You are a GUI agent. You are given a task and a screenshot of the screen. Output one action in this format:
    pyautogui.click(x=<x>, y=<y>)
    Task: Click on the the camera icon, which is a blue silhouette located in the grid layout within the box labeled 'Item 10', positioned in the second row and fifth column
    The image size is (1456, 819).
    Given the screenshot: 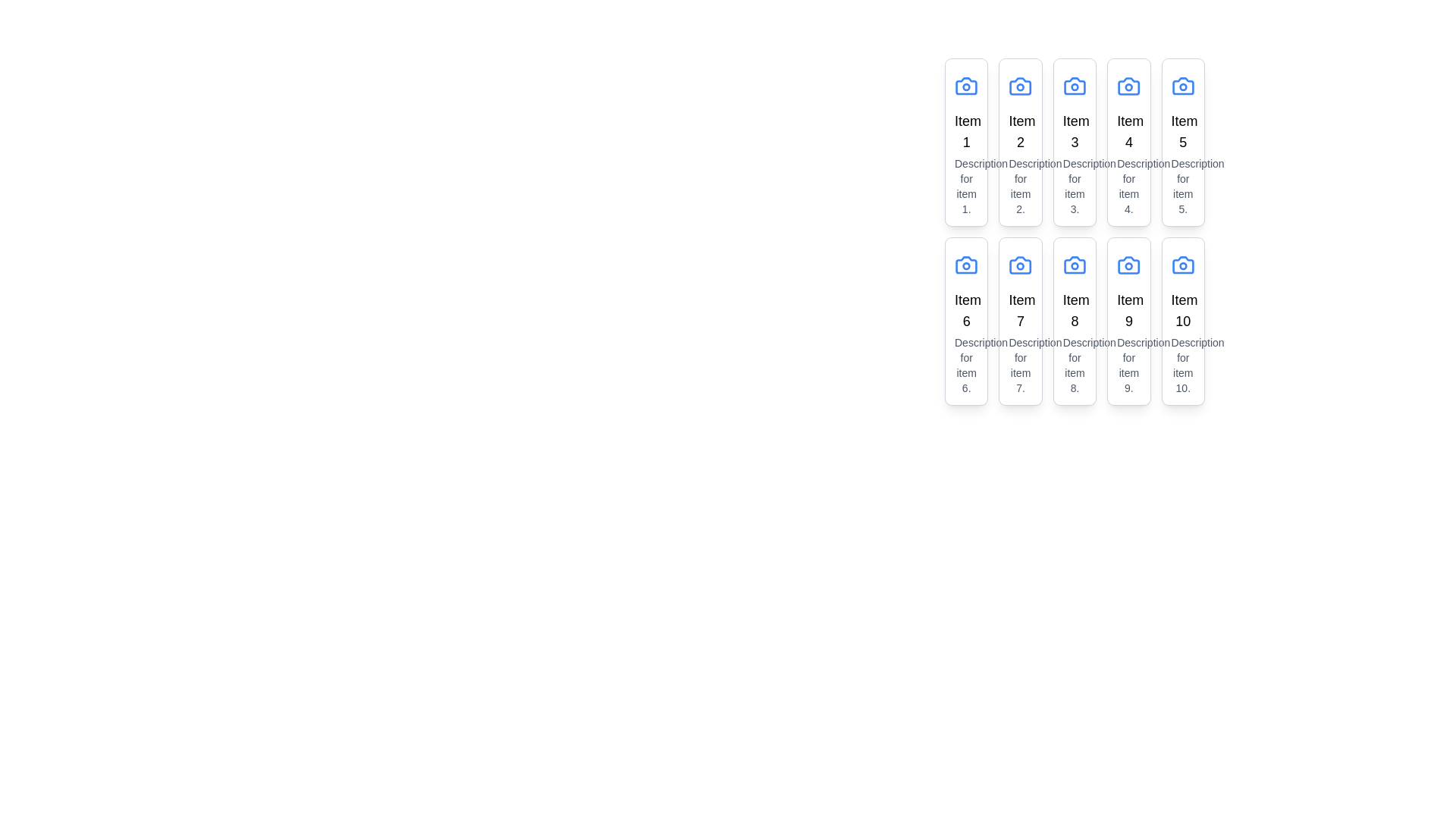 What is the action you would take?
    pyautogui.click(x=1182, y=265)
    